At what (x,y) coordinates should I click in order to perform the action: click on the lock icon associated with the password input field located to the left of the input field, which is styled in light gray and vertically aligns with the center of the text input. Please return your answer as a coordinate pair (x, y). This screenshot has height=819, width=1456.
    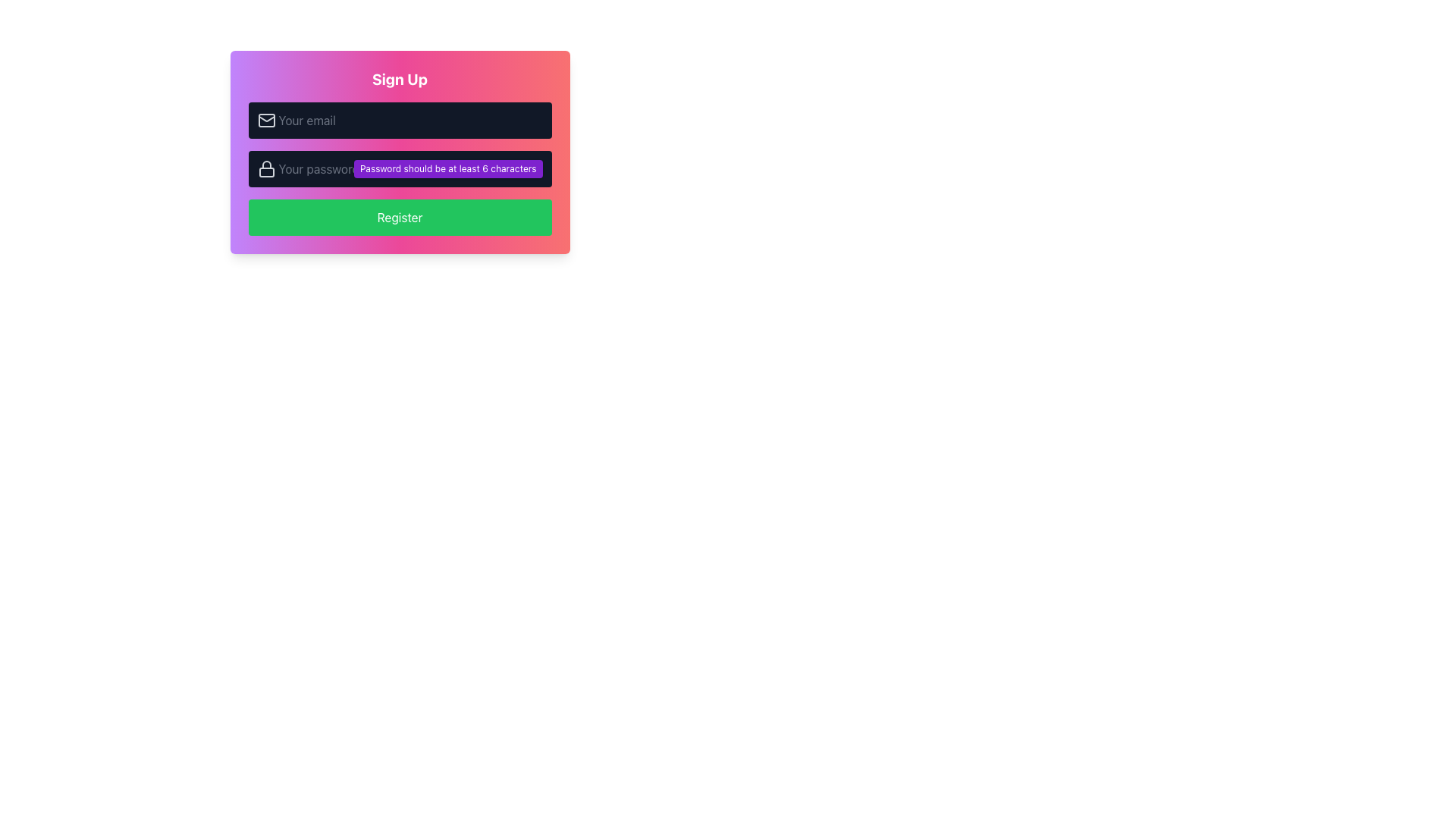
    Looking at the image, I should click on (266, 169).